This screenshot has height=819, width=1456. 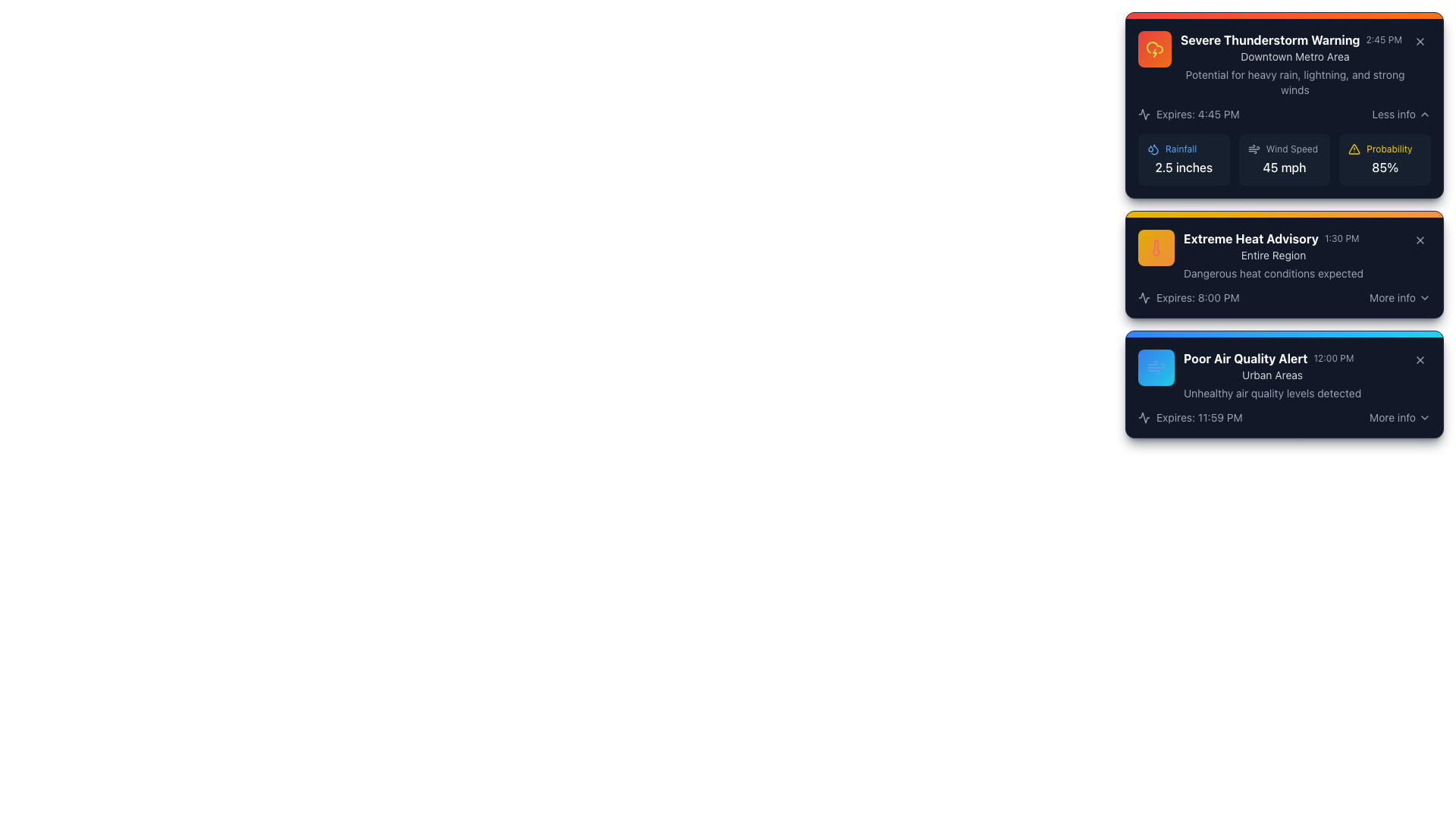 What do you see at coordinates (1250, 239) in the screenshot?
I see `the text label displaying 'Extreme Heat Advisory' which is styled in bold white font and located in the second position among three vertically stacked alert cards` at bounding box center [1250, 239].